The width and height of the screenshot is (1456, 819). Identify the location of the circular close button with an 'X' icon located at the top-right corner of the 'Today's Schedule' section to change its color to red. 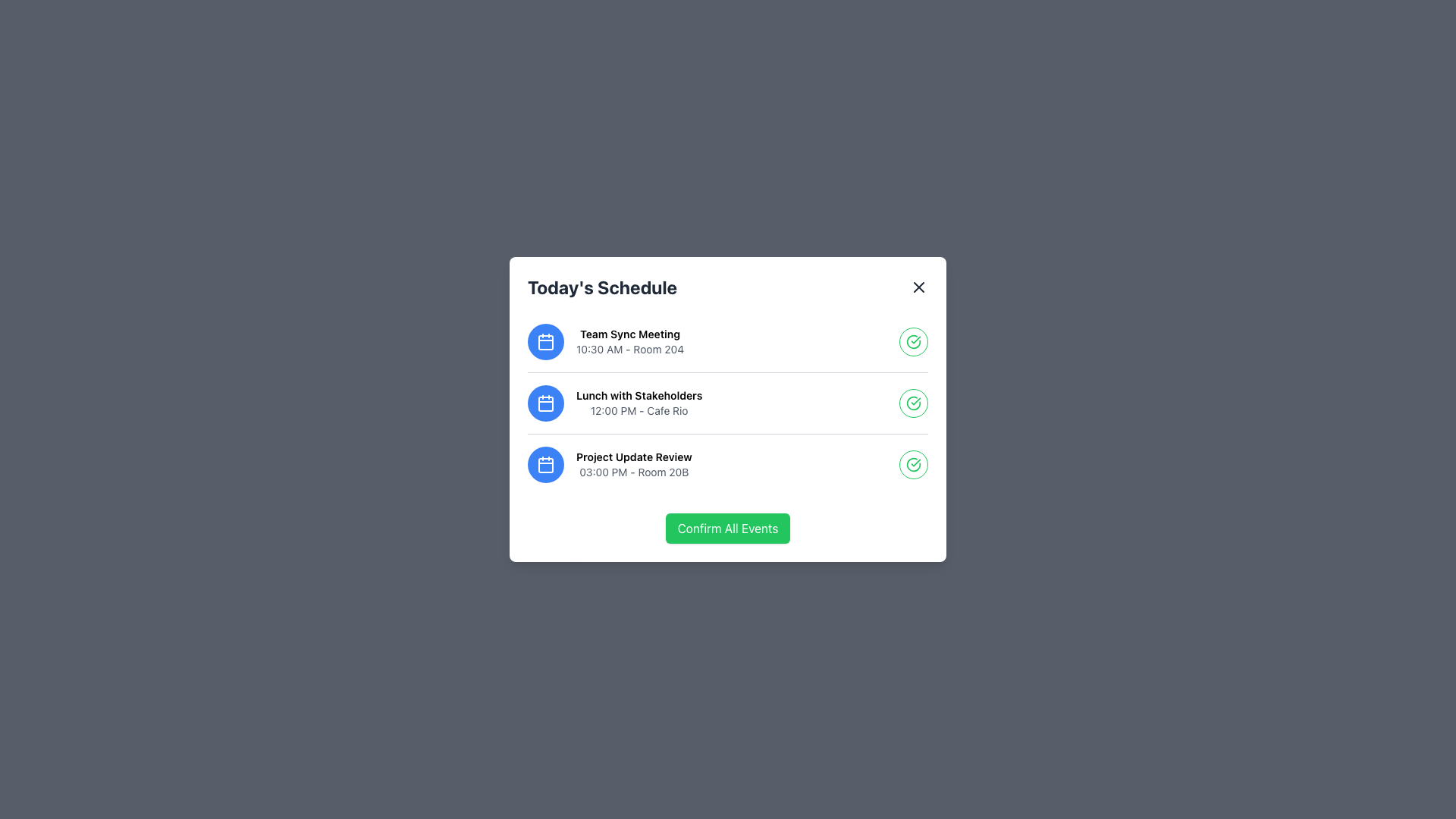
(918, 287).